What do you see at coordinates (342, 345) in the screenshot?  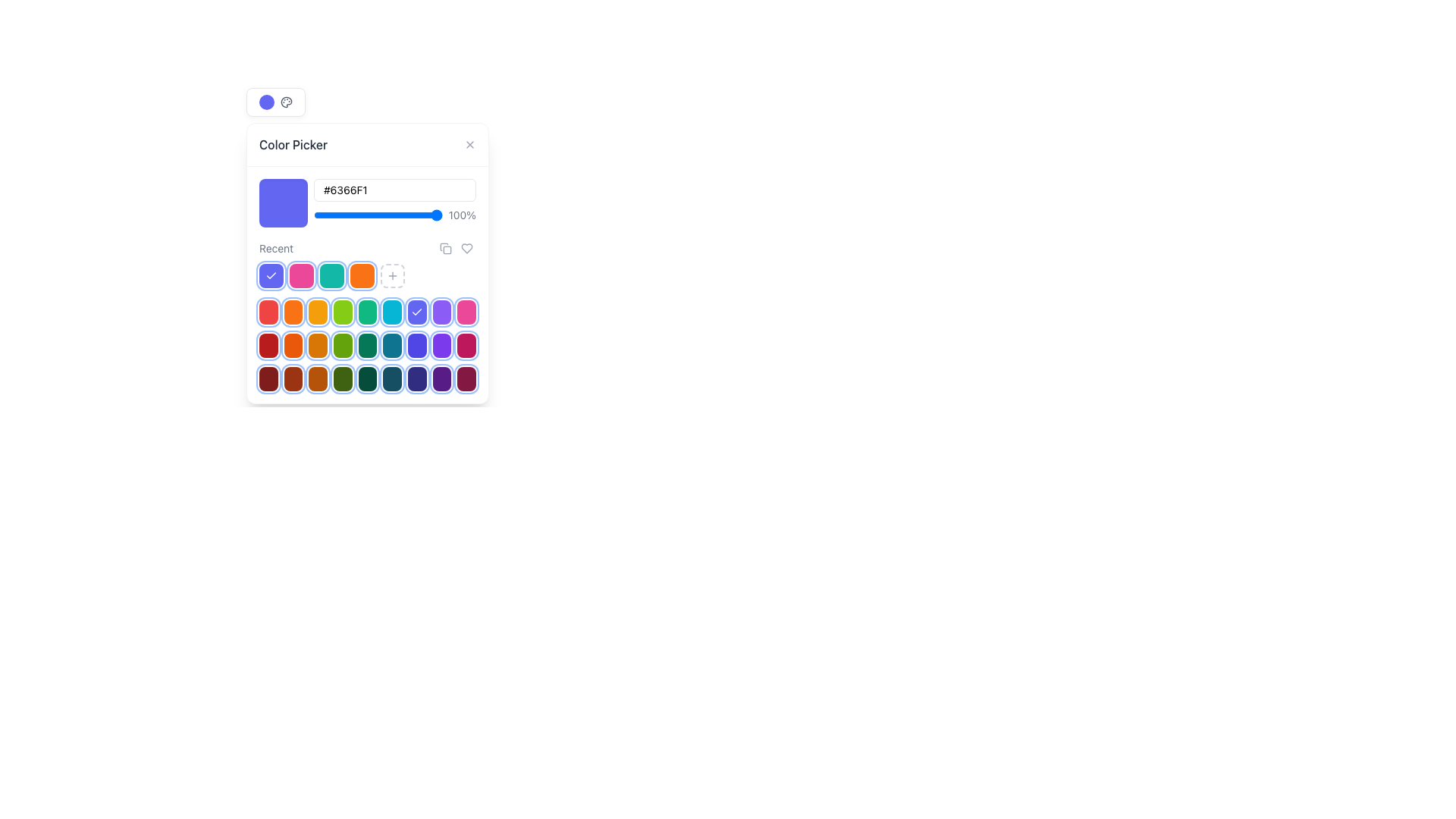 I see `the green color button located in the 'Recent' section of the color picker, which is the fourth square from the left in the second row` at bounding box center [342, 345].